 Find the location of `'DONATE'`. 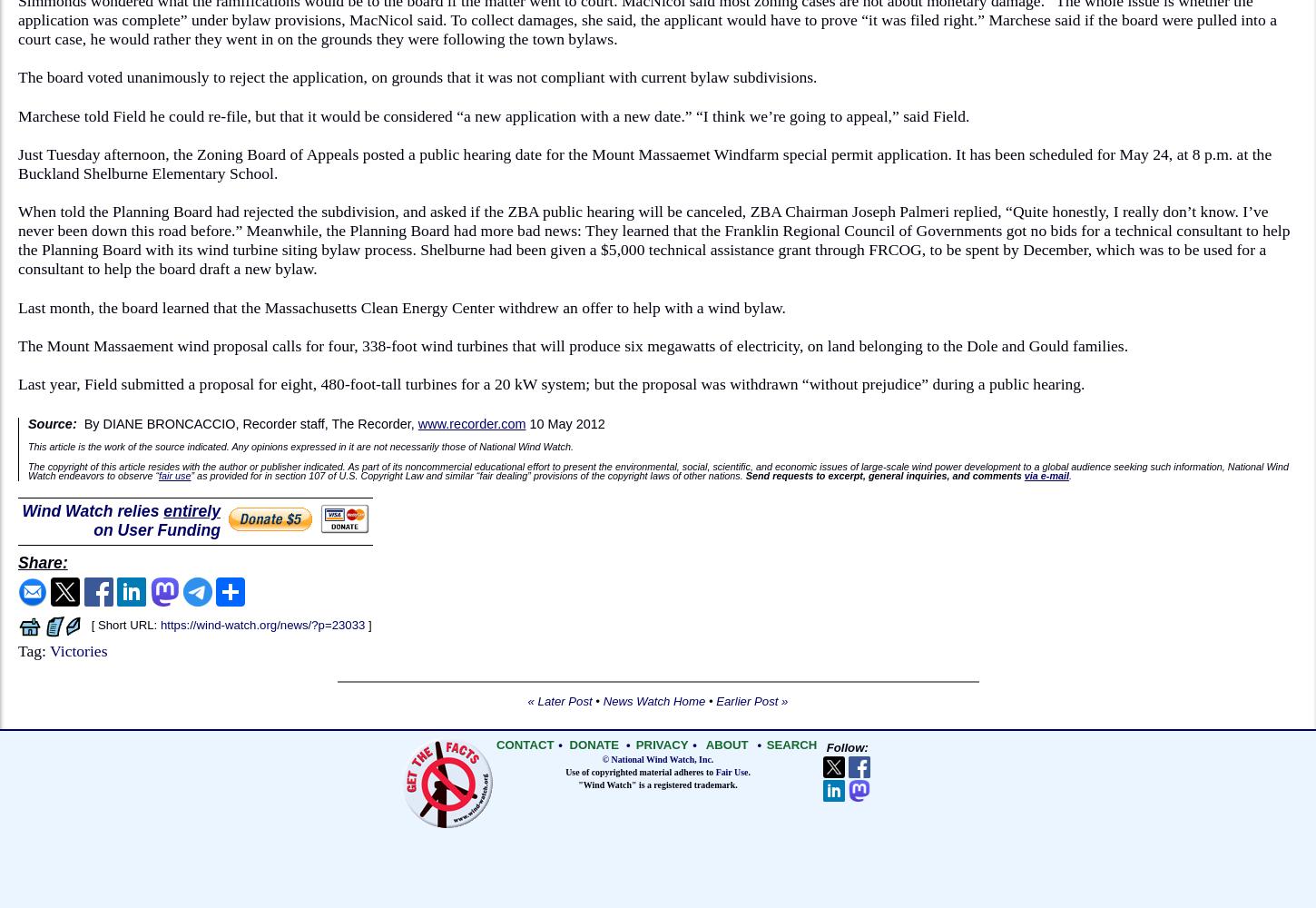

'DONATE' is located at coordinates (567, 743).